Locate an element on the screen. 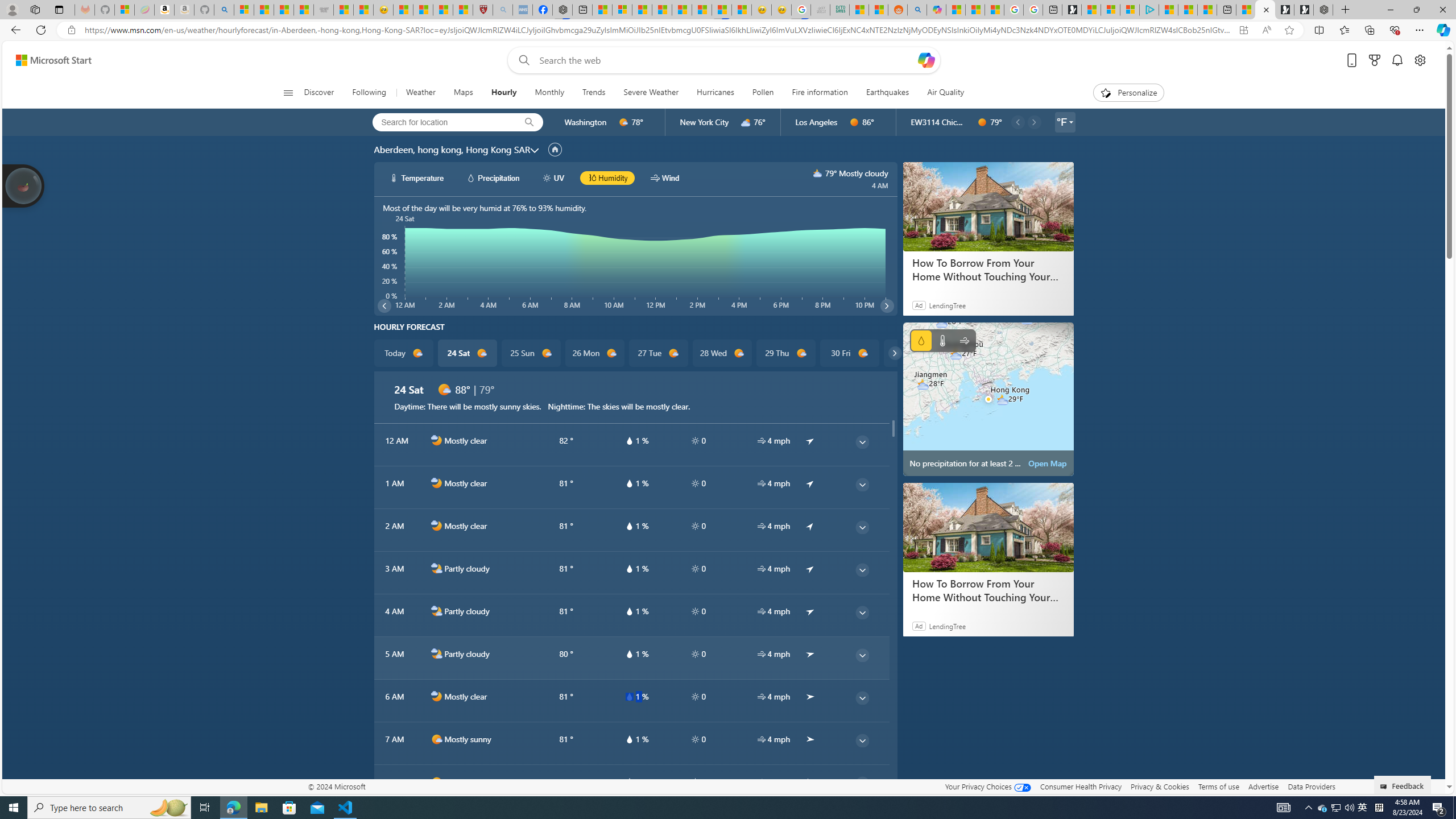  'Class: feedback_link_icon-DS-EntryPoint1-1' is located at coordinates (1384, 786).